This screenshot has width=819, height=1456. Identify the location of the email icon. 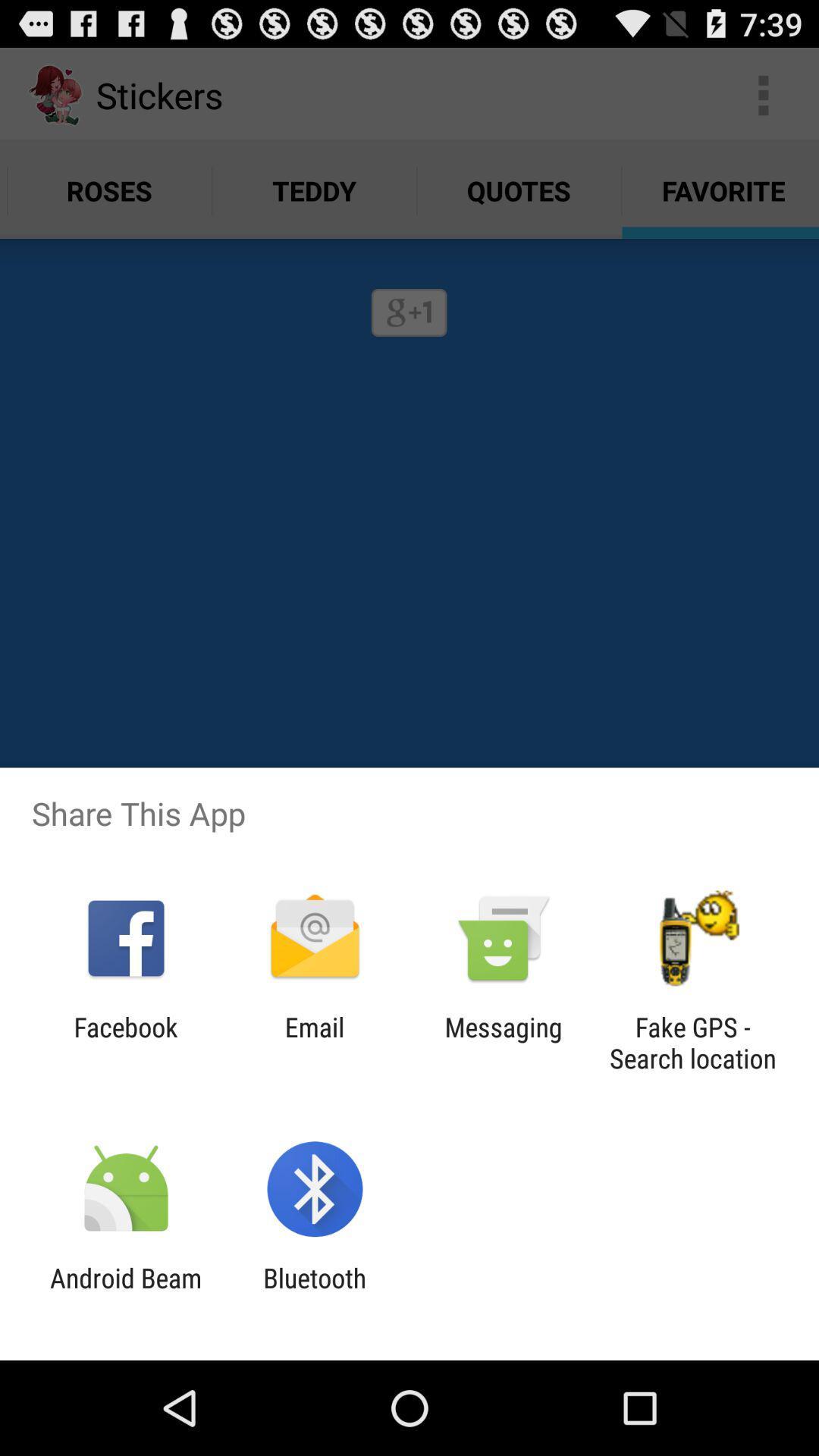
(314, 1042).